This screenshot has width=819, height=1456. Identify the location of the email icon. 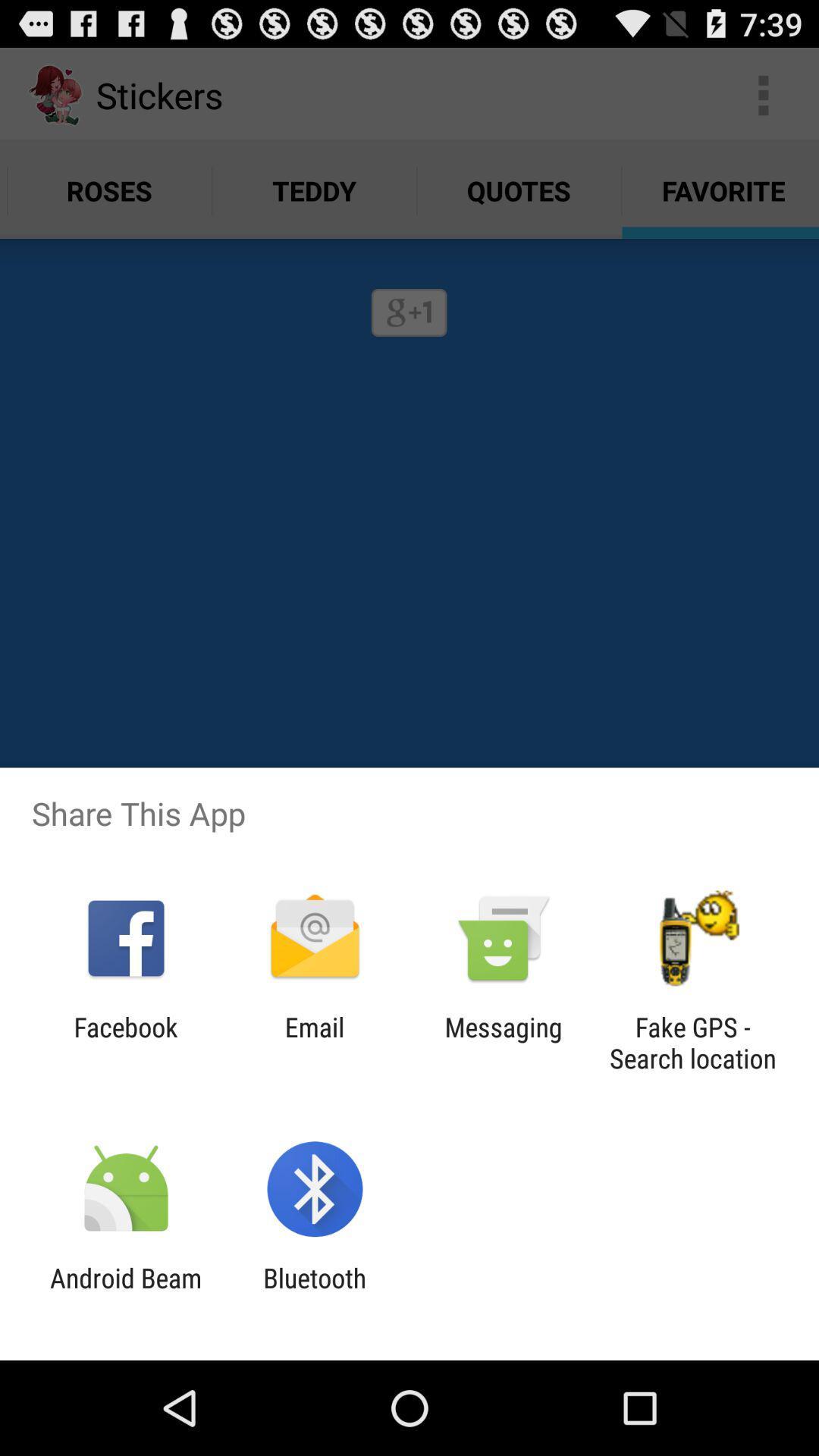
(314, 1042).